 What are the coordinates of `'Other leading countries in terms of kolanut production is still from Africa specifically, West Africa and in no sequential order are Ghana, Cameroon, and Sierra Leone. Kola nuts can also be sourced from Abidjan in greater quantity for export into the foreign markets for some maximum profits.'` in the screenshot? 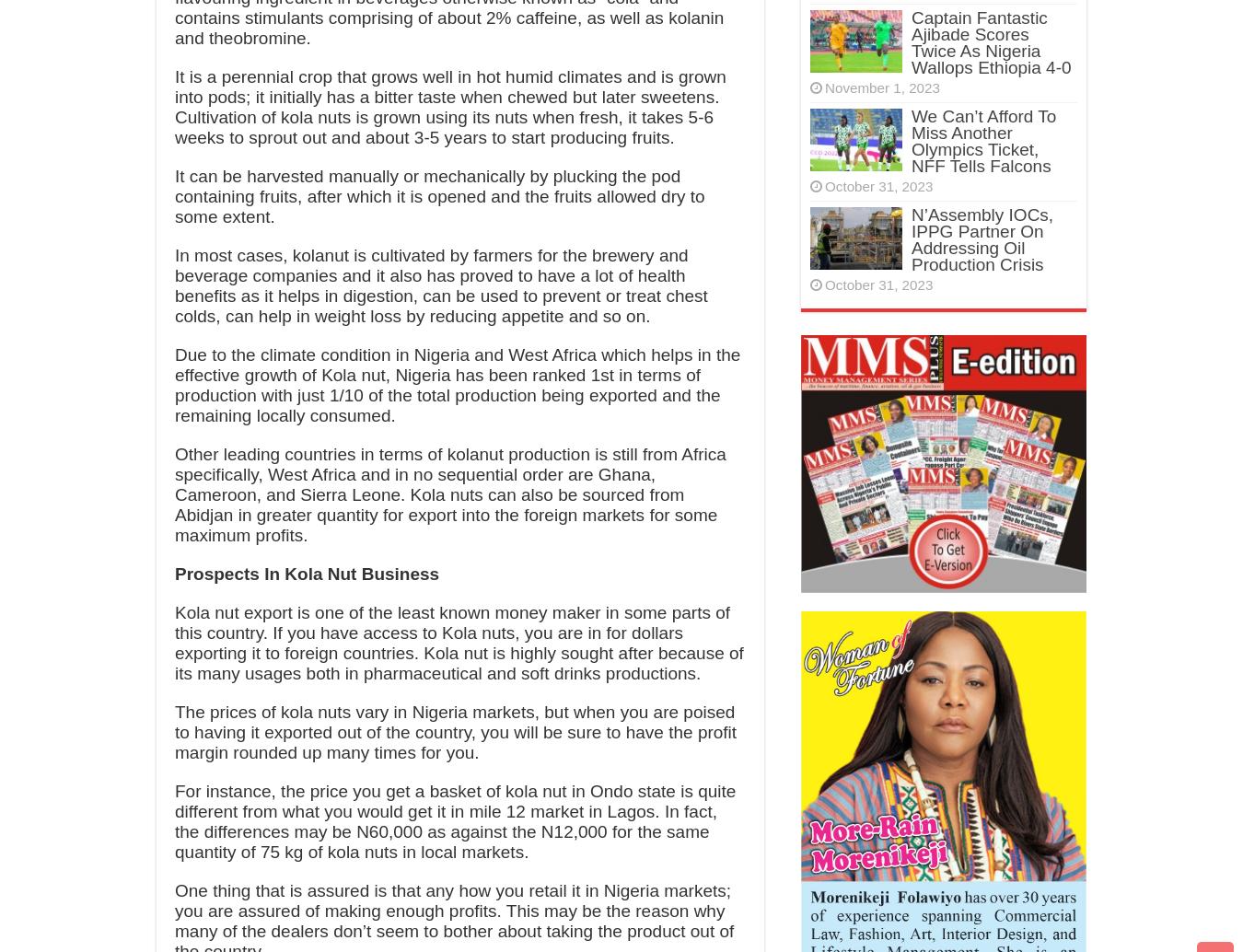 It's located at (448, 494).